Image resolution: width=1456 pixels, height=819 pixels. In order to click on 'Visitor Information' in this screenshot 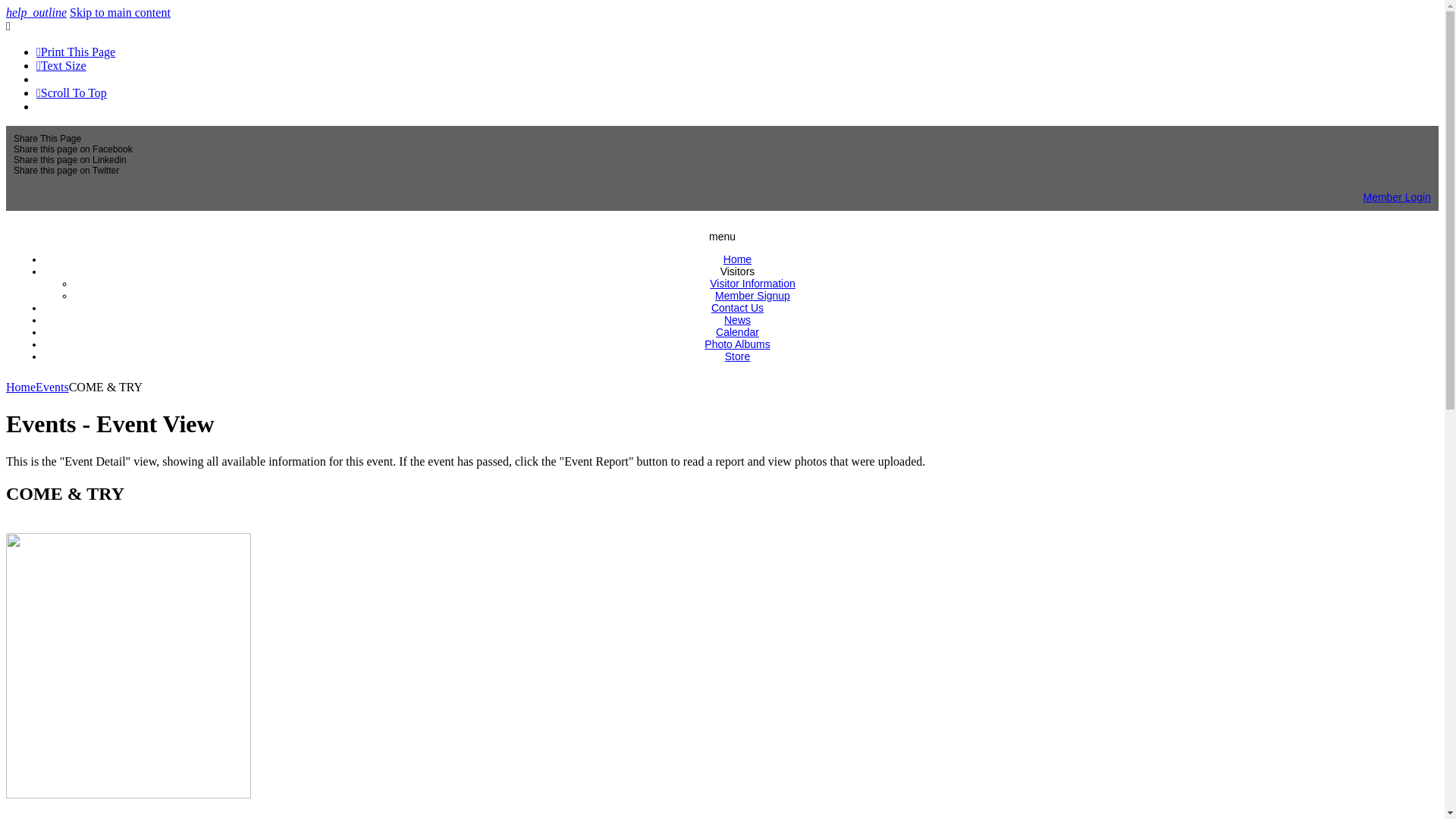, I will do `click(709, 284)`.